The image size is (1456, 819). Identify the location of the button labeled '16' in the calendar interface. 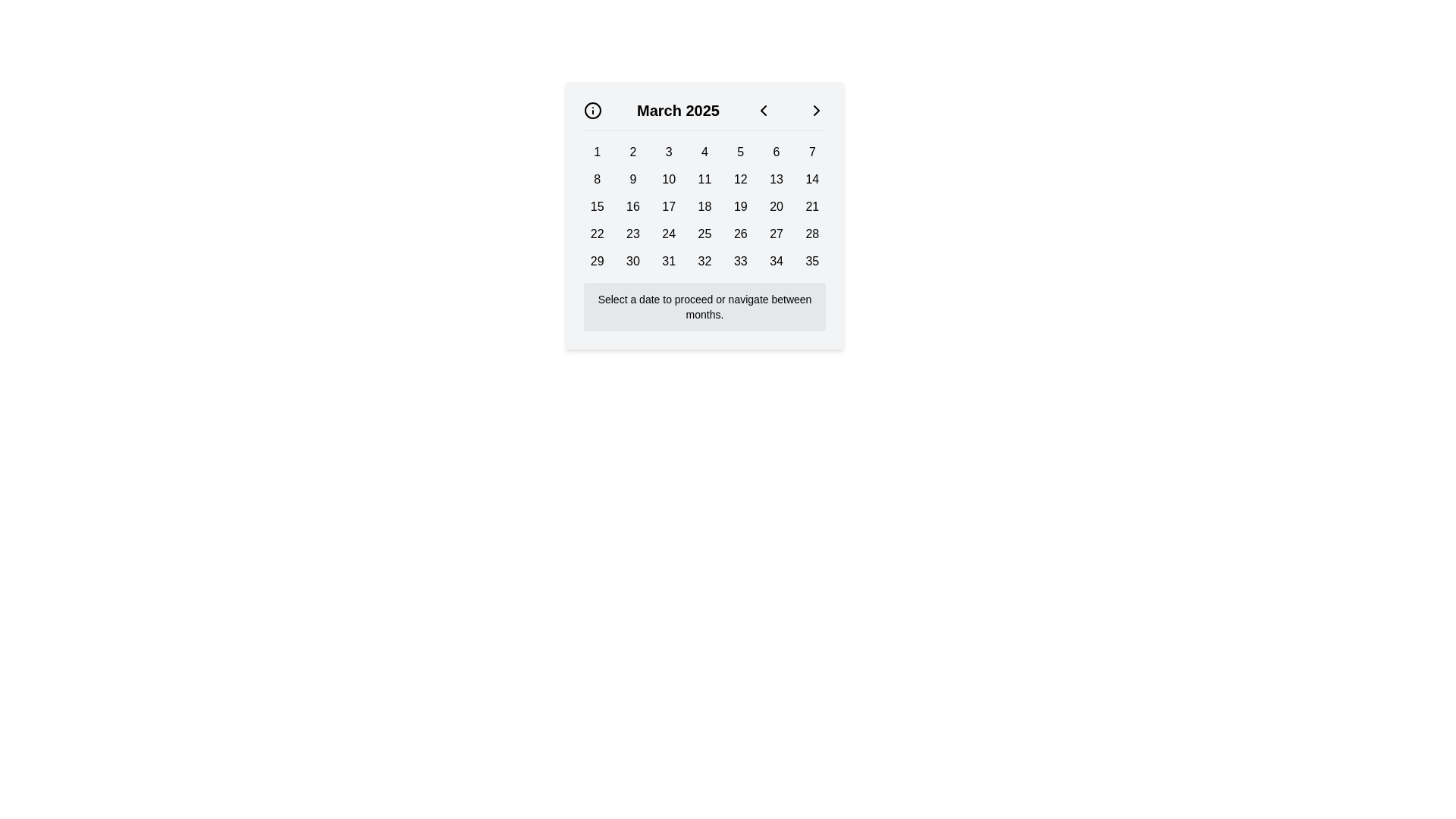
(633, 207).